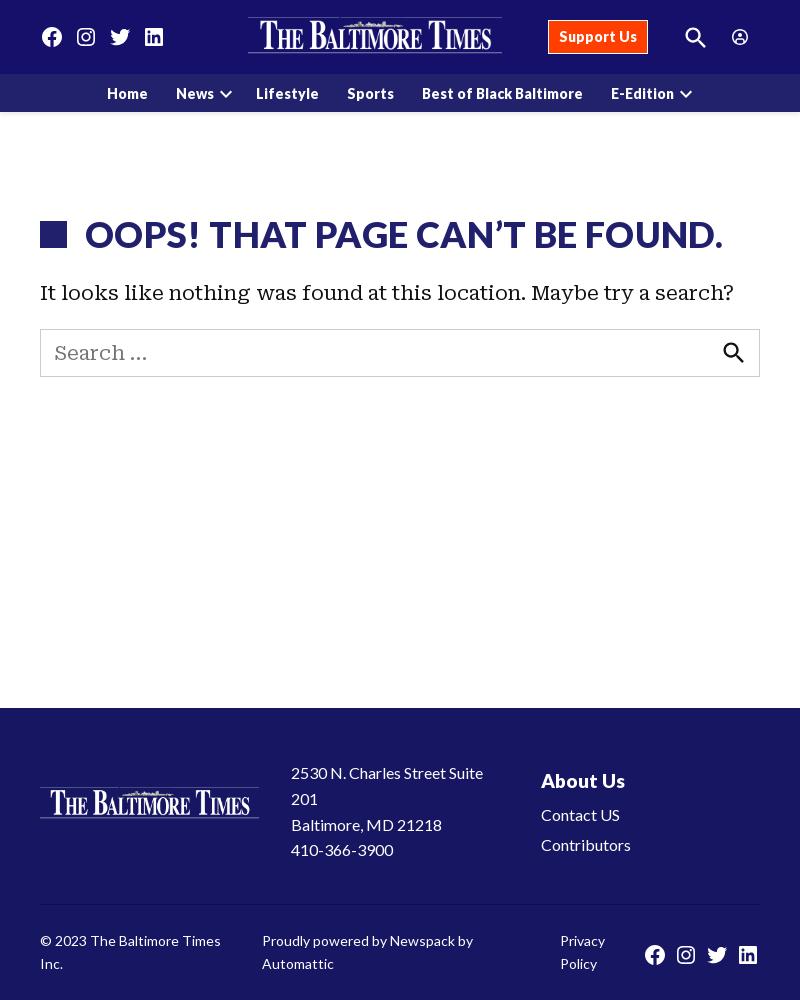 This screenshot has width=800, height=1000. I want to click on 'Baltimore, MD 21218', so click(365, 822).